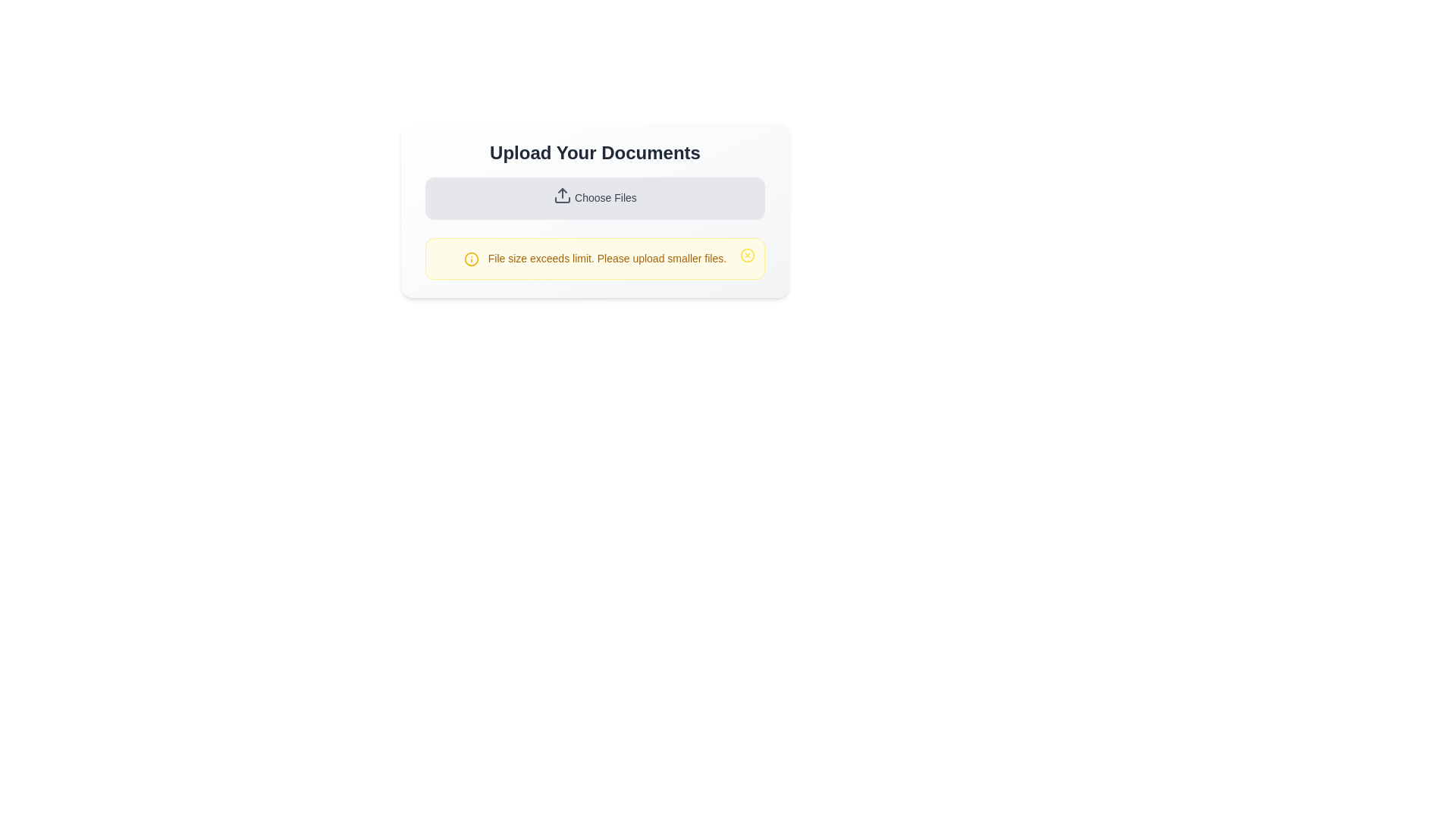 This screenshot has width=1456, height=819. Describe the element at coordinates (595, 210) in the screenshot. I see `the Component block for file upload which includes the title 'Upload Your Documents', a 'Choose Files' button, and a yellow notification box indicating a file size issue` at that location.